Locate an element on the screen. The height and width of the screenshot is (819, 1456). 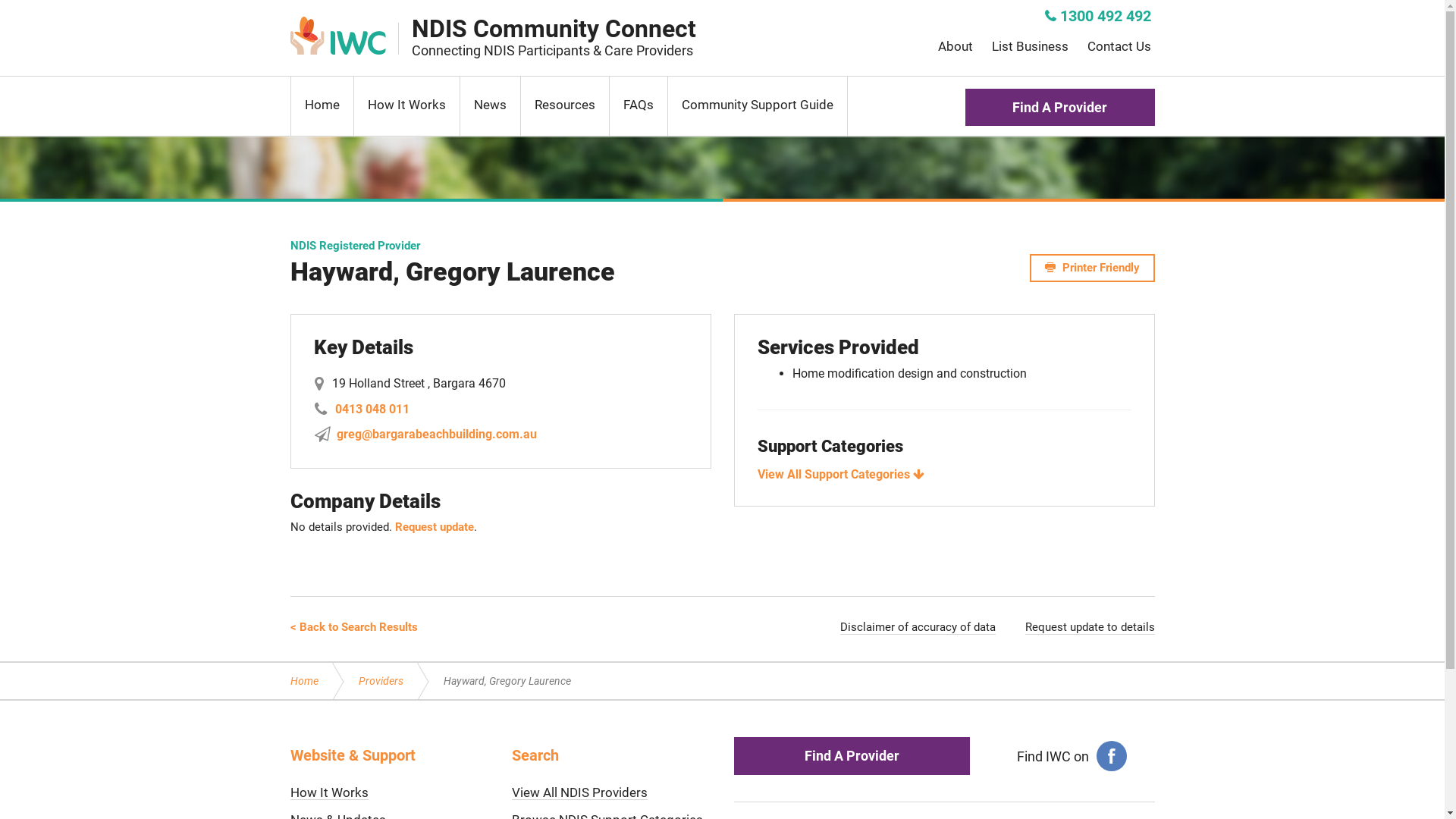
'facebook' is located at coordinates (1111, 755).